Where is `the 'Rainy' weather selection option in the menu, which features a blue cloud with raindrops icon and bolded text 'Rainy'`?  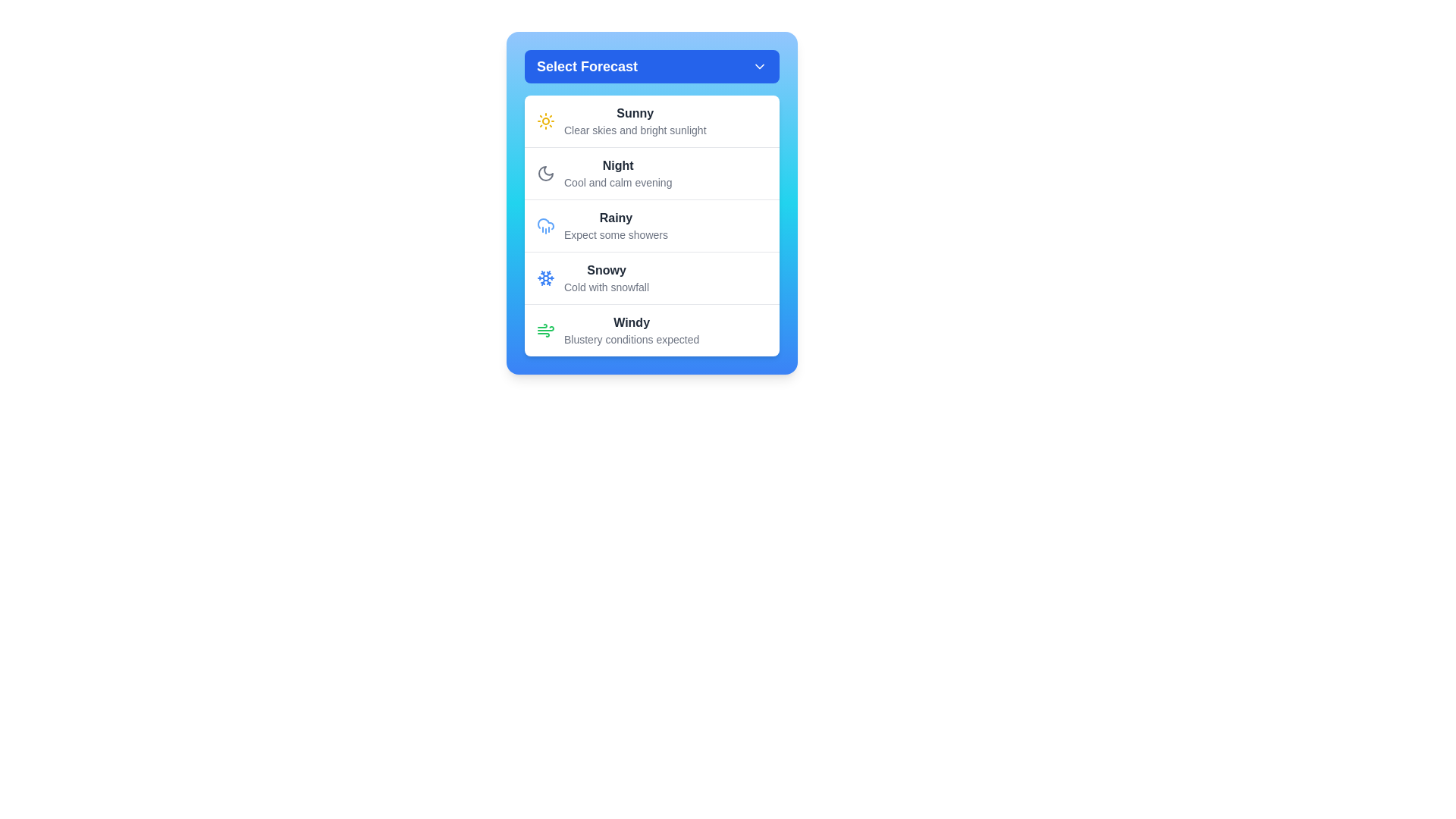
the 'Rainy' weather selection option in the menu, which features a blue cloud with raindrops icon and bolded text 'Rainy' is located at coordinates (651, 225).